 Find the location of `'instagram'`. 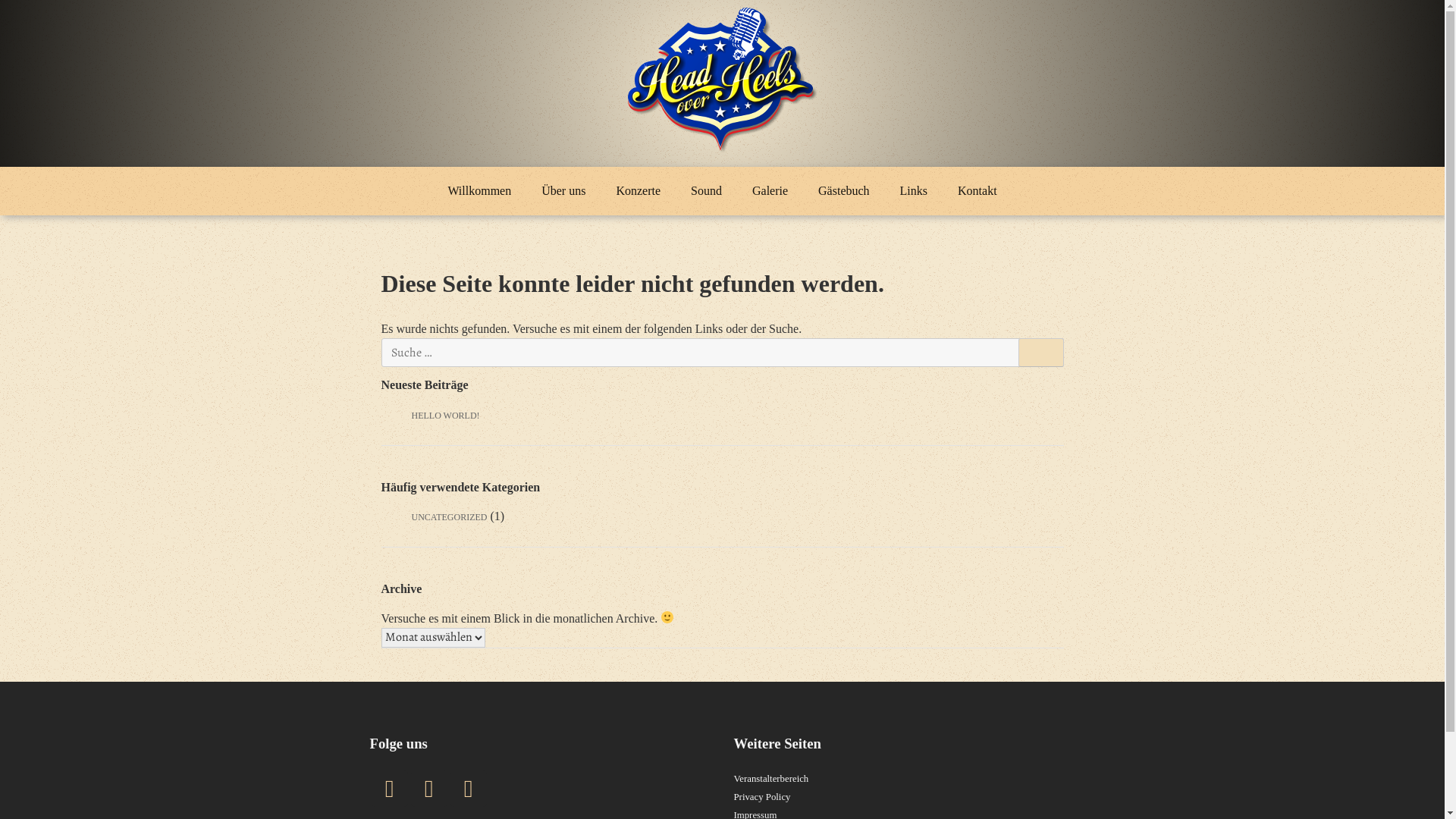

'instagram' is located at coordinates (428, 788).